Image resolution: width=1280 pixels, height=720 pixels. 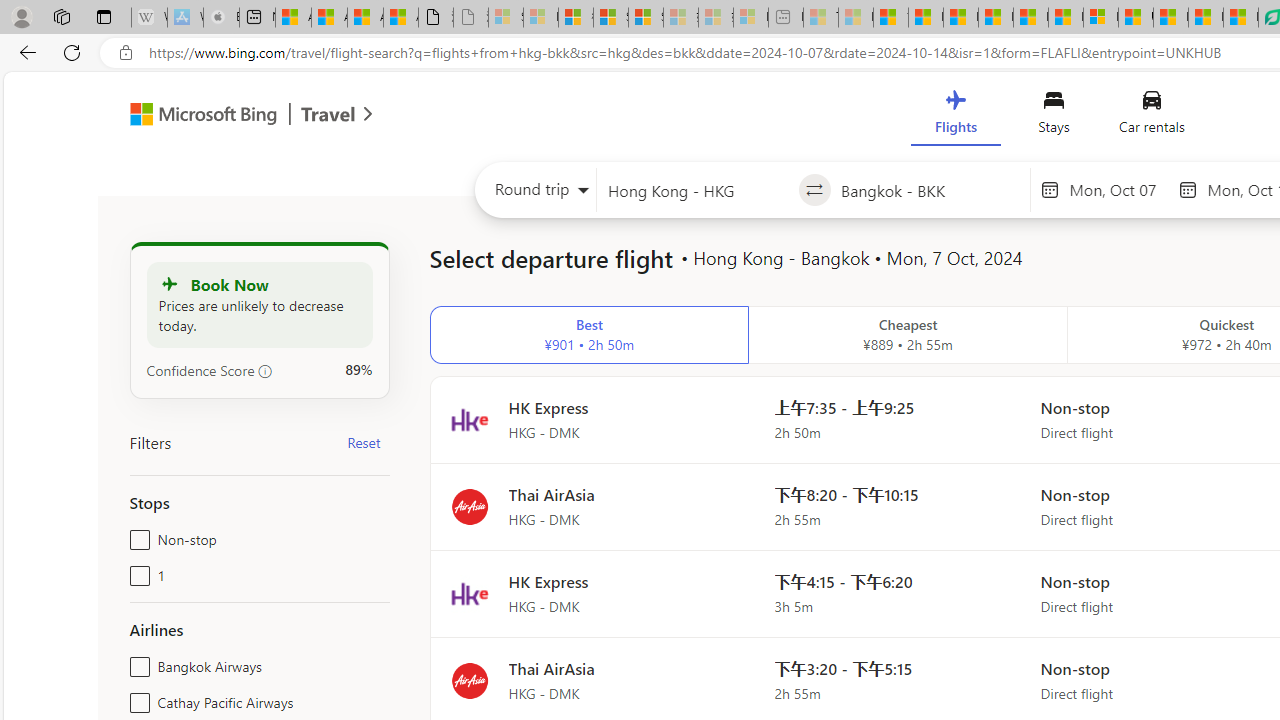 I want to click on 'Microsoft Services Agreement - Sleeping', so click(x=540, y=17).